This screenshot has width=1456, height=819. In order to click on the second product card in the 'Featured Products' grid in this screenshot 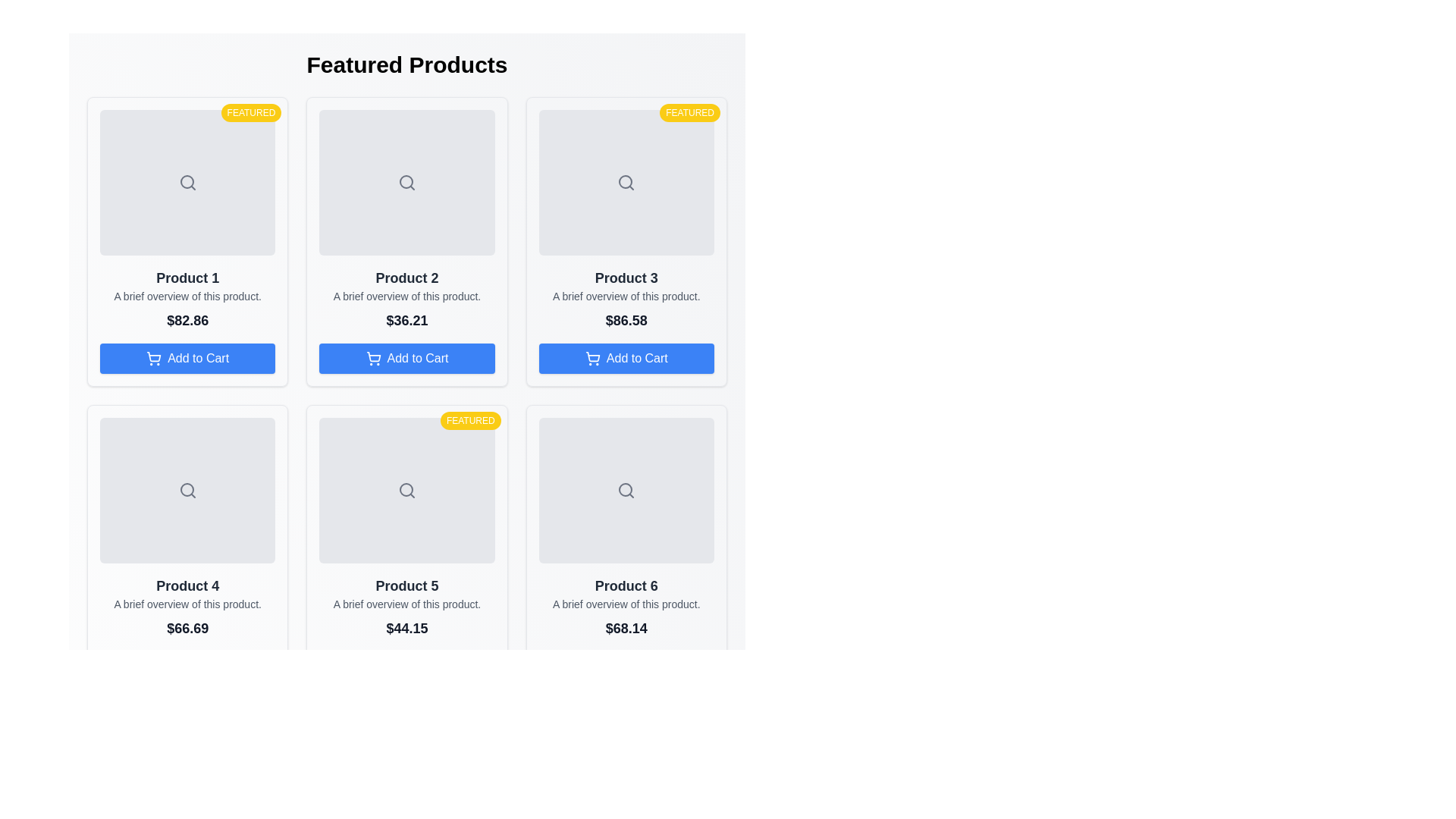, I will do `click(407, 241)`.